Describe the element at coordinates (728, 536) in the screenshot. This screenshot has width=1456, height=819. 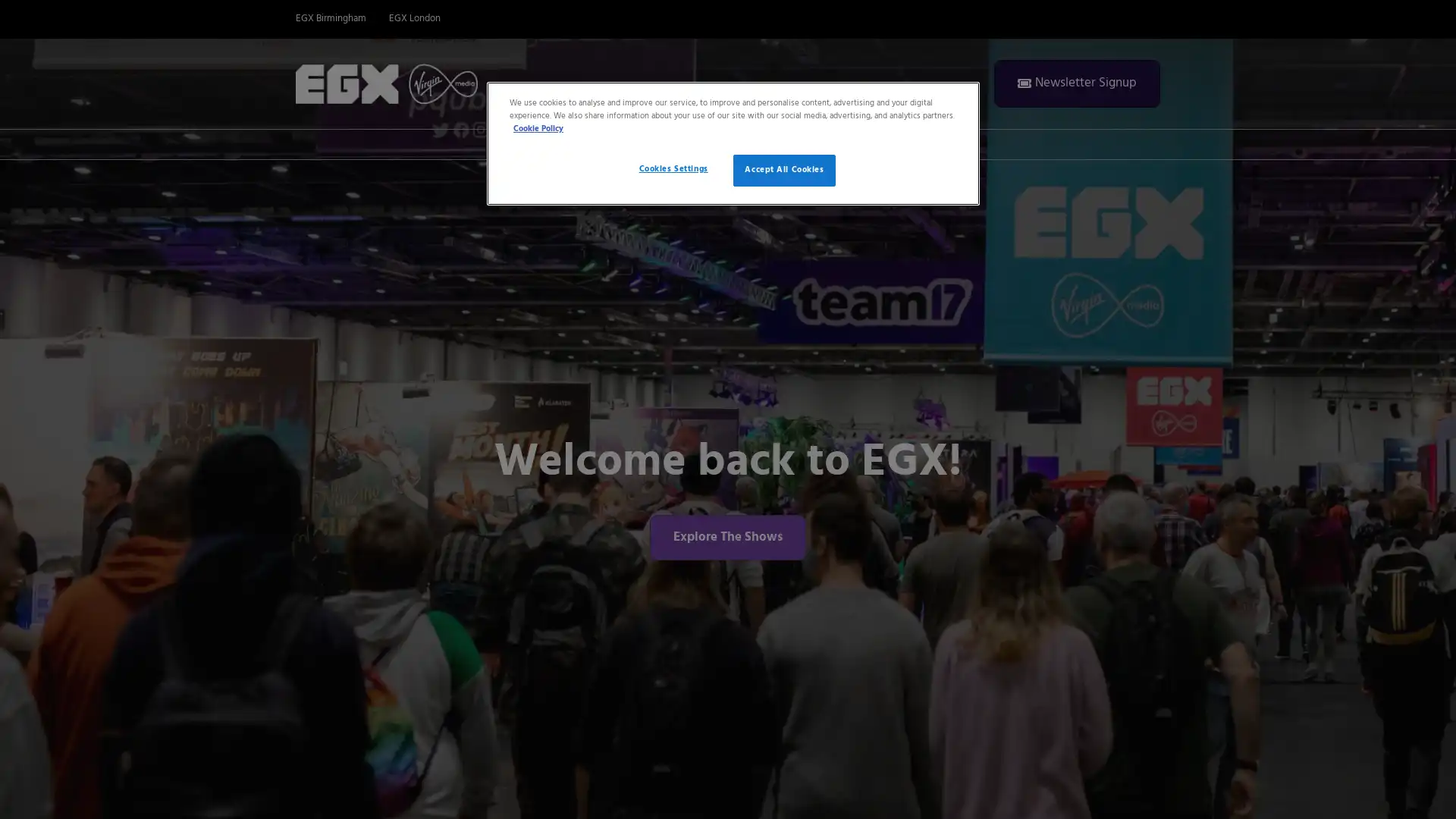
I see `Explore The Shows` at that location.